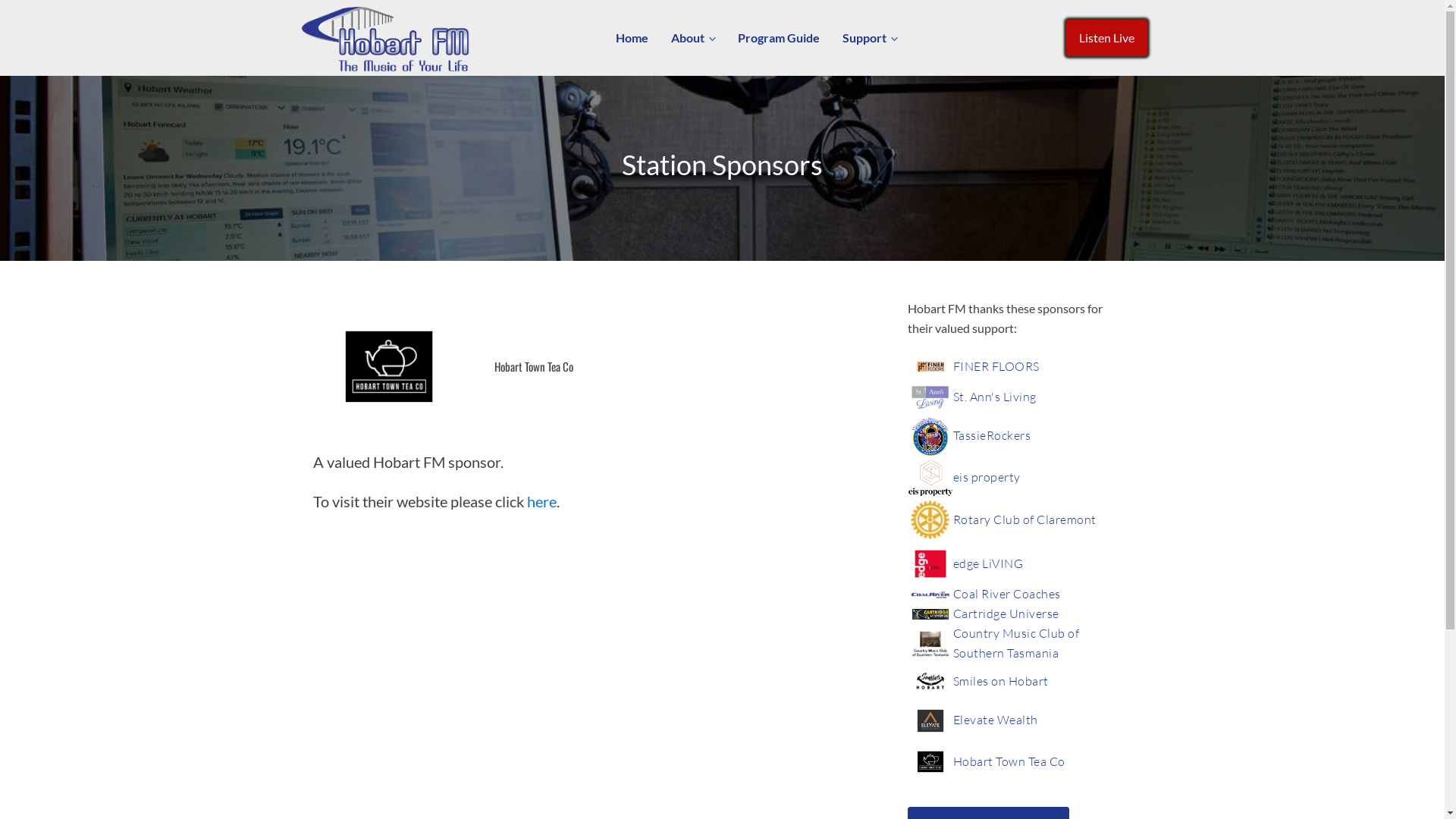 The width and height of the screenshot is (1456, 819). I want to click on 'Cartridge Universe', so click(1005, 614).